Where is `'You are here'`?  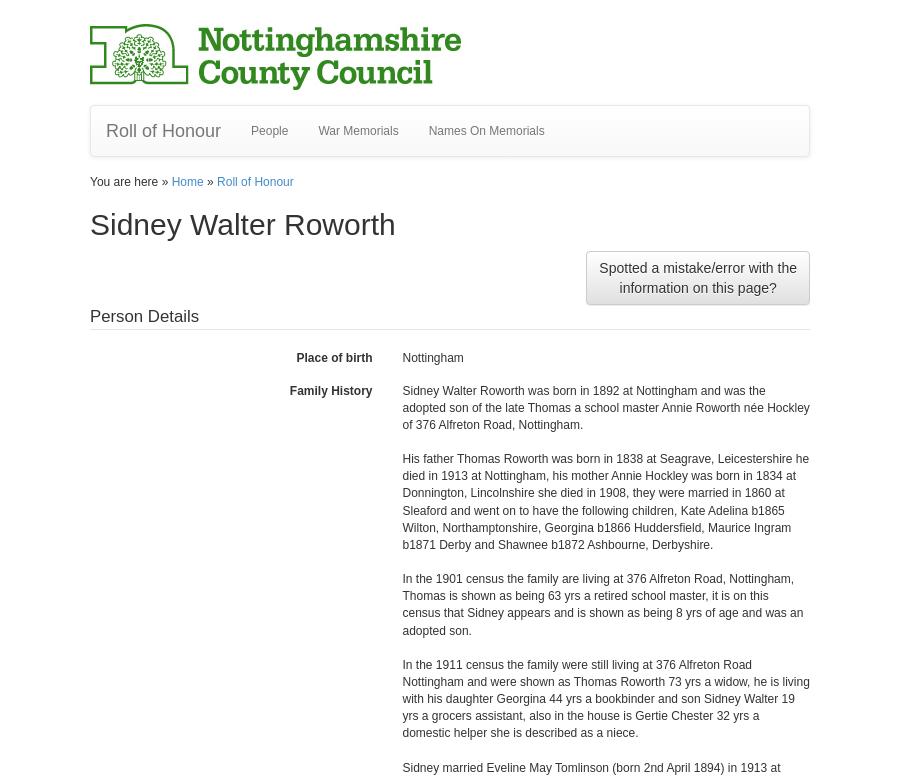
'You are here' is located at coordinates (125, 180).